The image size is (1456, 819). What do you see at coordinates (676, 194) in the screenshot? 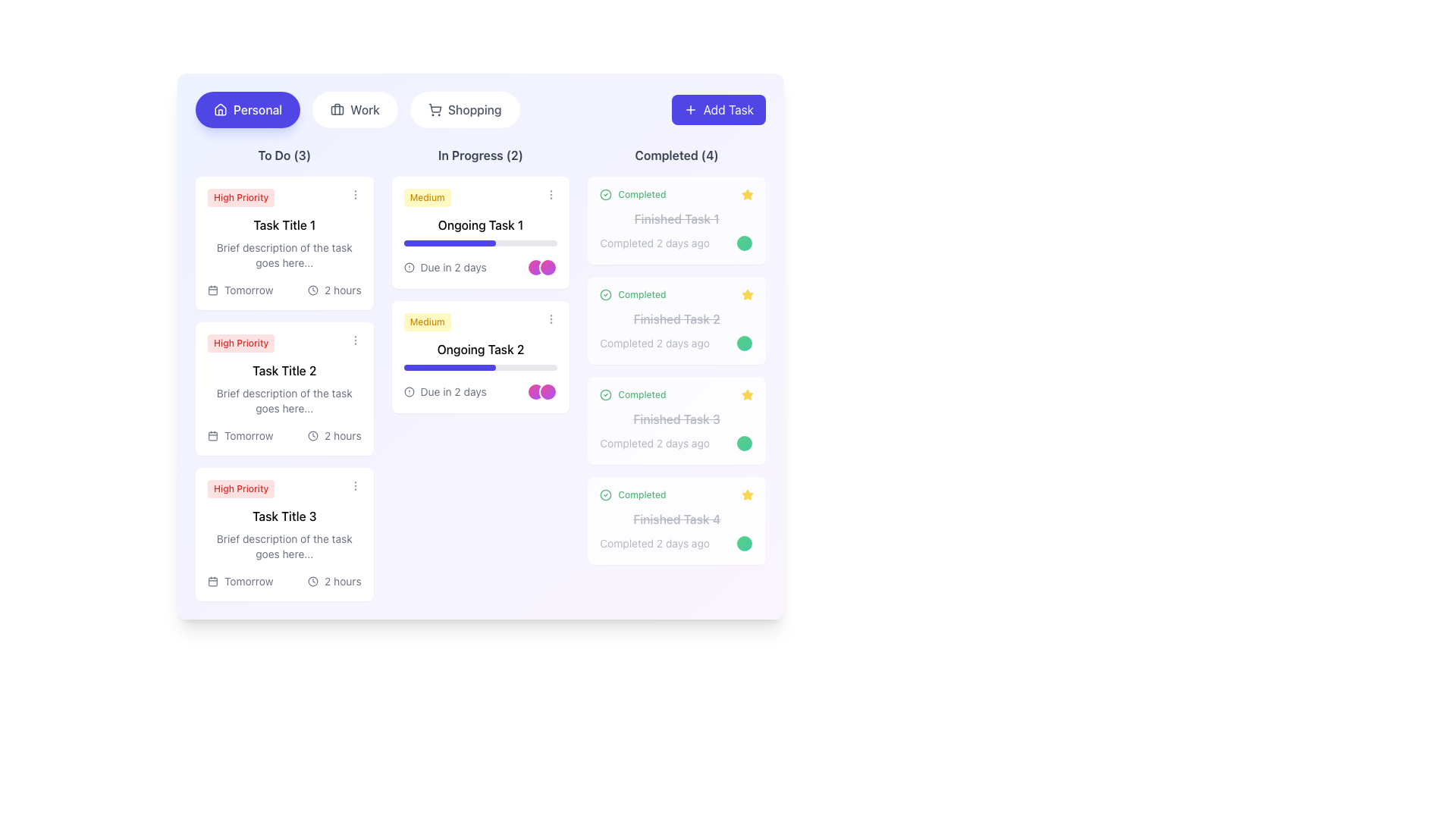
I see `the status of the Label with decorative icons in the 'Completed (4)' section that signifies the completion status of the corresponding task` at bounding box center [676, 194].